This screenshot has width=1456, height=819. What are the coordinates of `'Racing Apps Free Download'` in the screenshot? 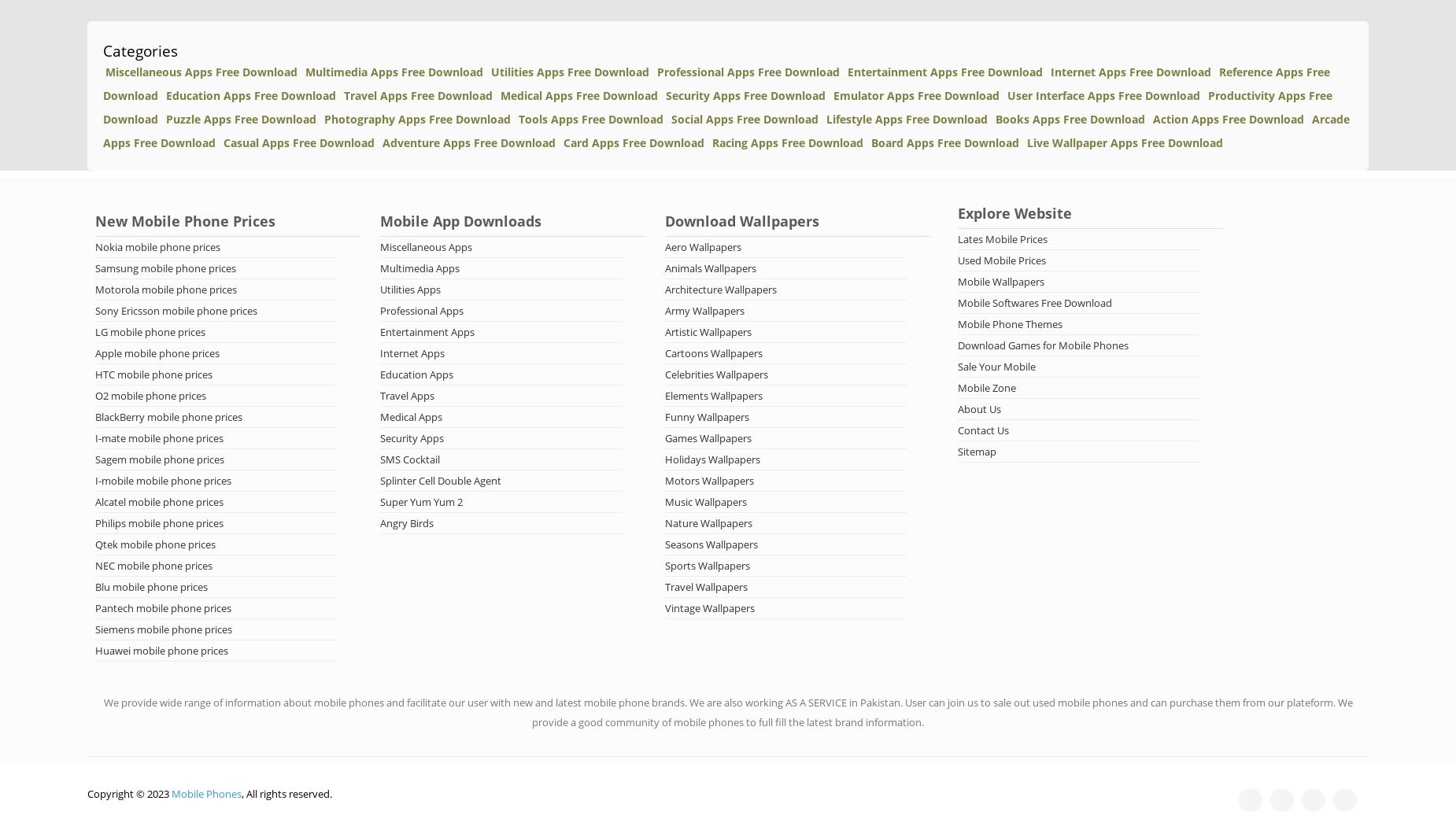 It's located at (787, 142).